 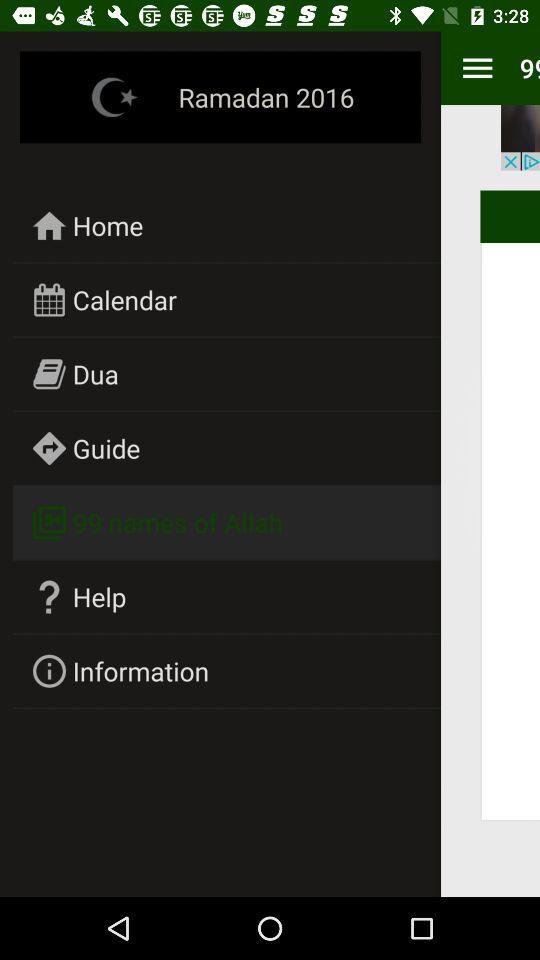 What do you see at coordinates (476, 68) in the screenshot?
I see `the item to the right of ramadan 2016` at bounding box center [476, 68].